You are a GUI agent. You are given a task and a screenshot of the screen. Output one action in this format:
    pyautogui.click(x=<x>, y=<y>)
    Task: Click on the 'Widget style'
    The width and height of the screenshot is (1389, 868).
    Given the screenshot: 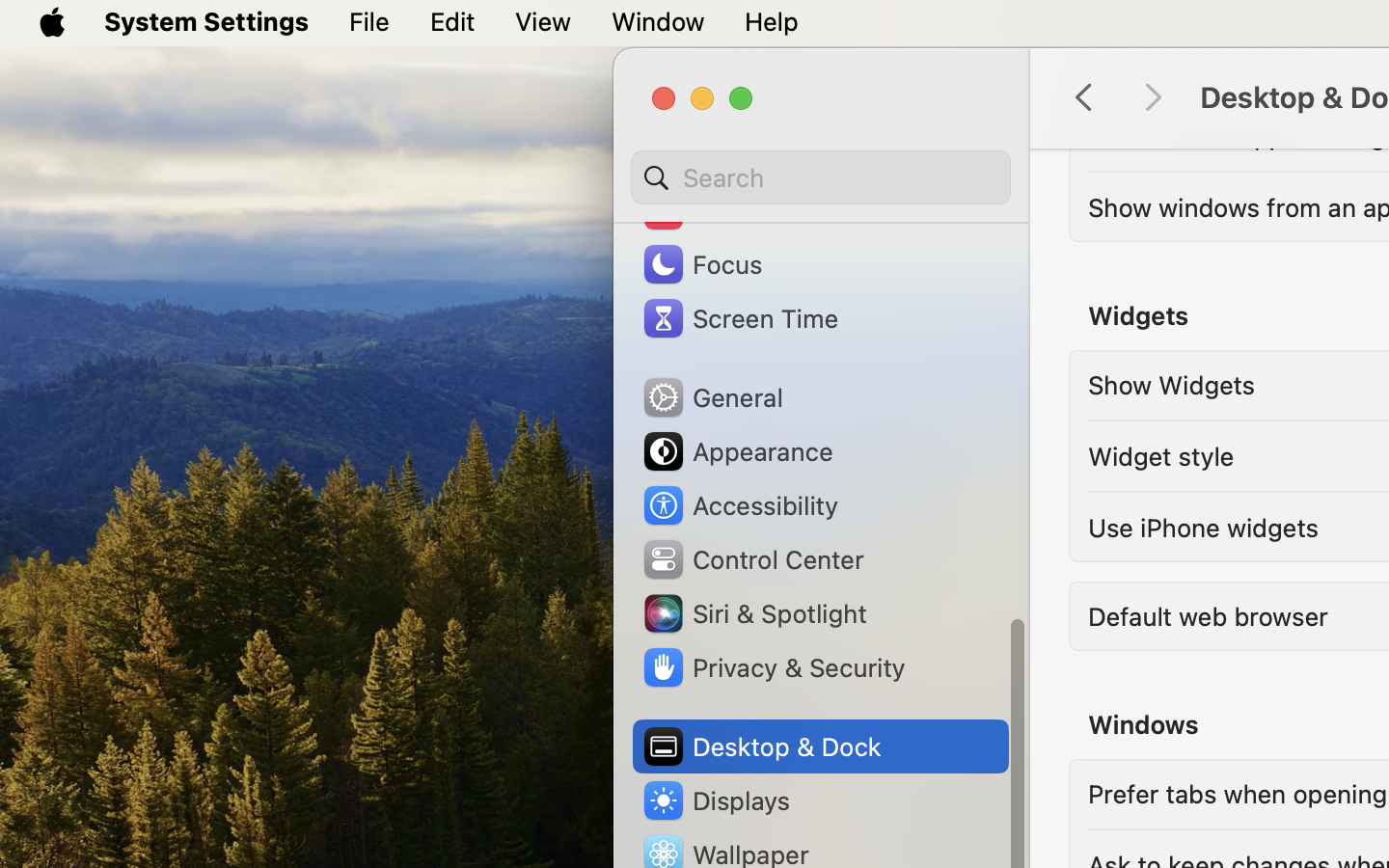 What is the action you would take?
    pyautogui.click(x=1159, y=453)
    